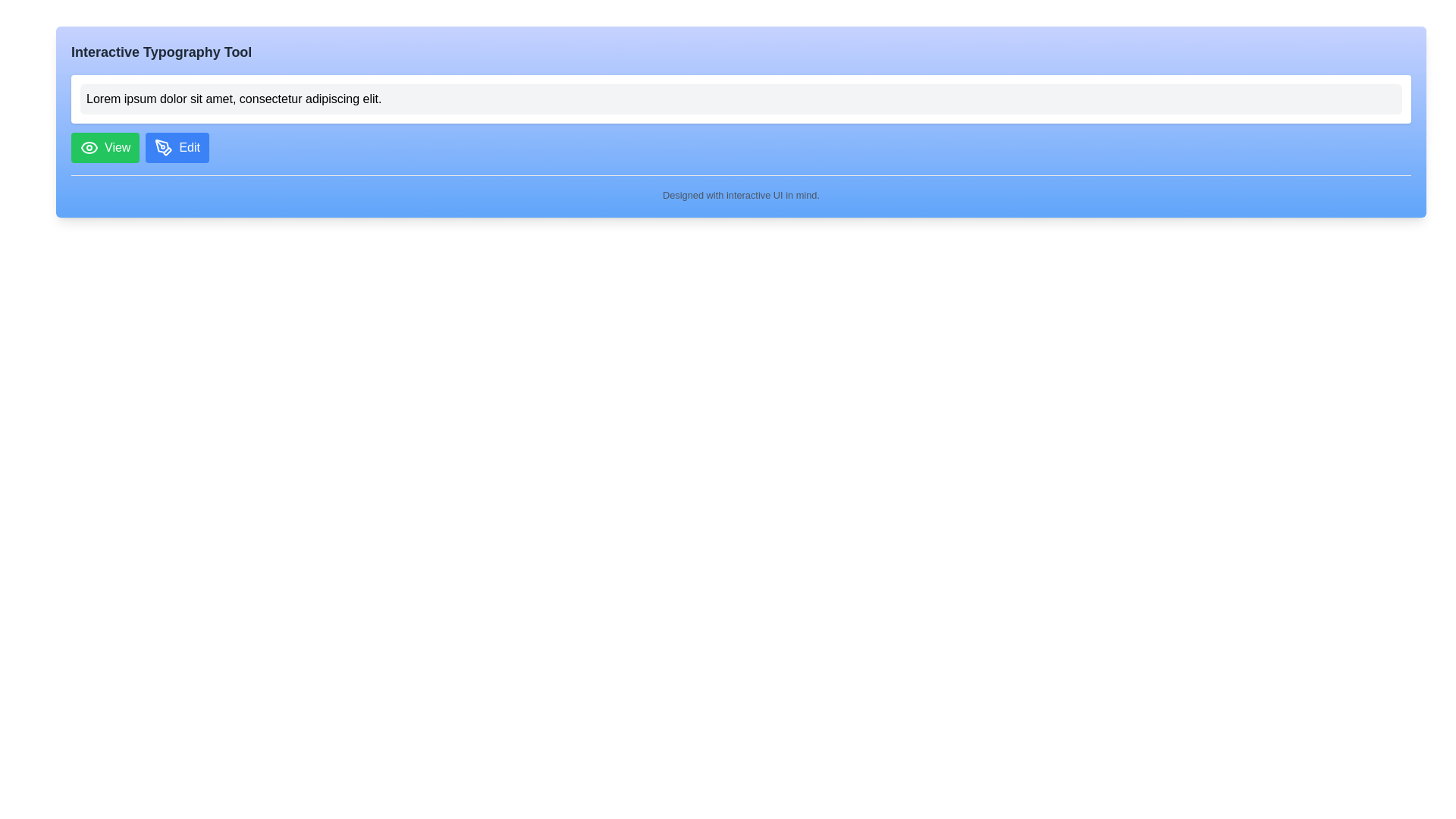  I want to click on the Text Label that serves as a title or heading for the displayed interface section, located in the top-left portion of the interface, so click(162, 52).